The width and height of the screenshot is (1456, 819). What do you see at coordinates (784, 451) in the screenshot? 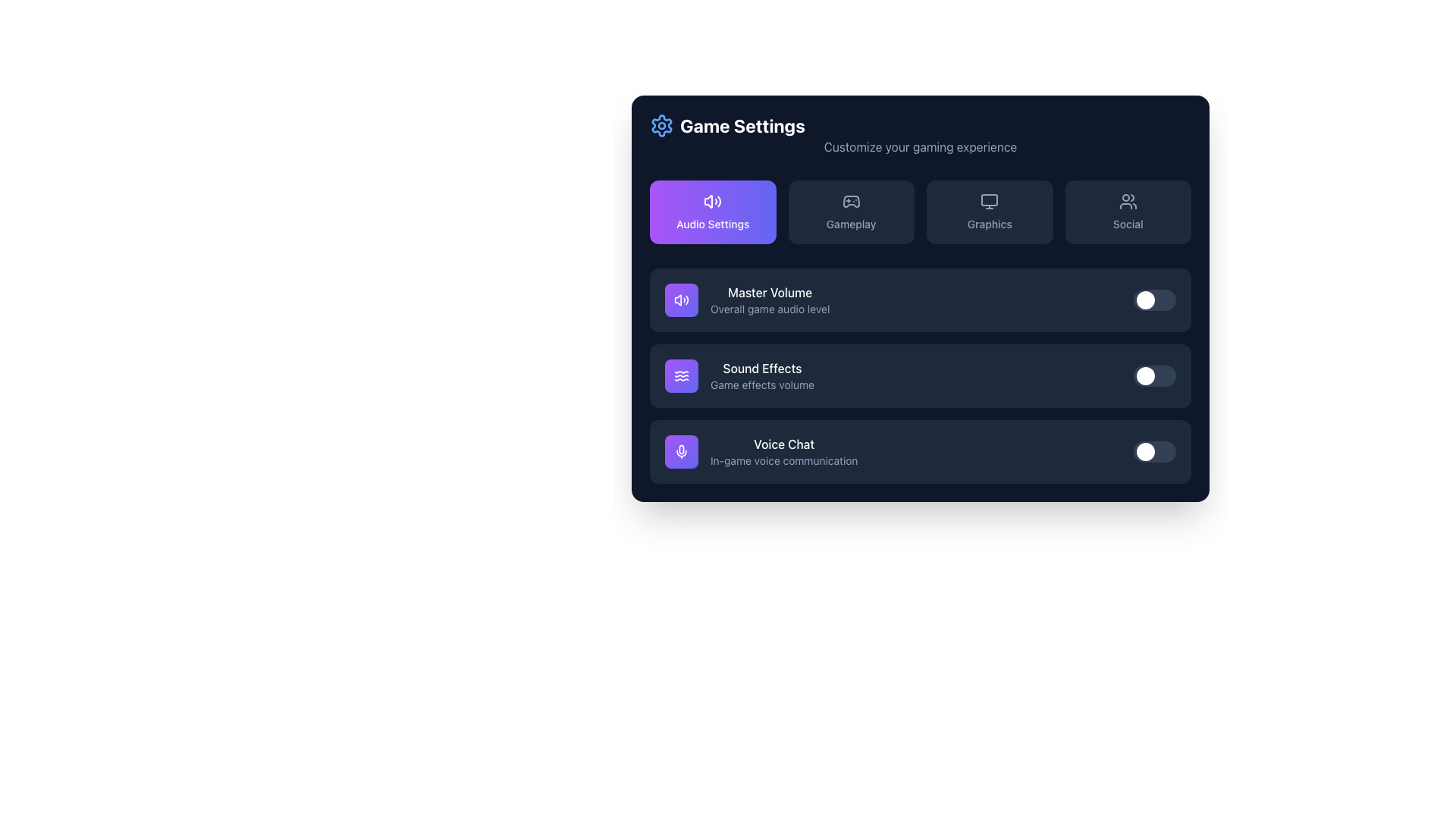
I see `description of the 'Voice Chat' text block, which includes the header 'Voice Chat' in white text and the description 'In-game voice communication' in light gray text, located in the settings interface after 'Sound Effects'` at bounding box center [784, 451].